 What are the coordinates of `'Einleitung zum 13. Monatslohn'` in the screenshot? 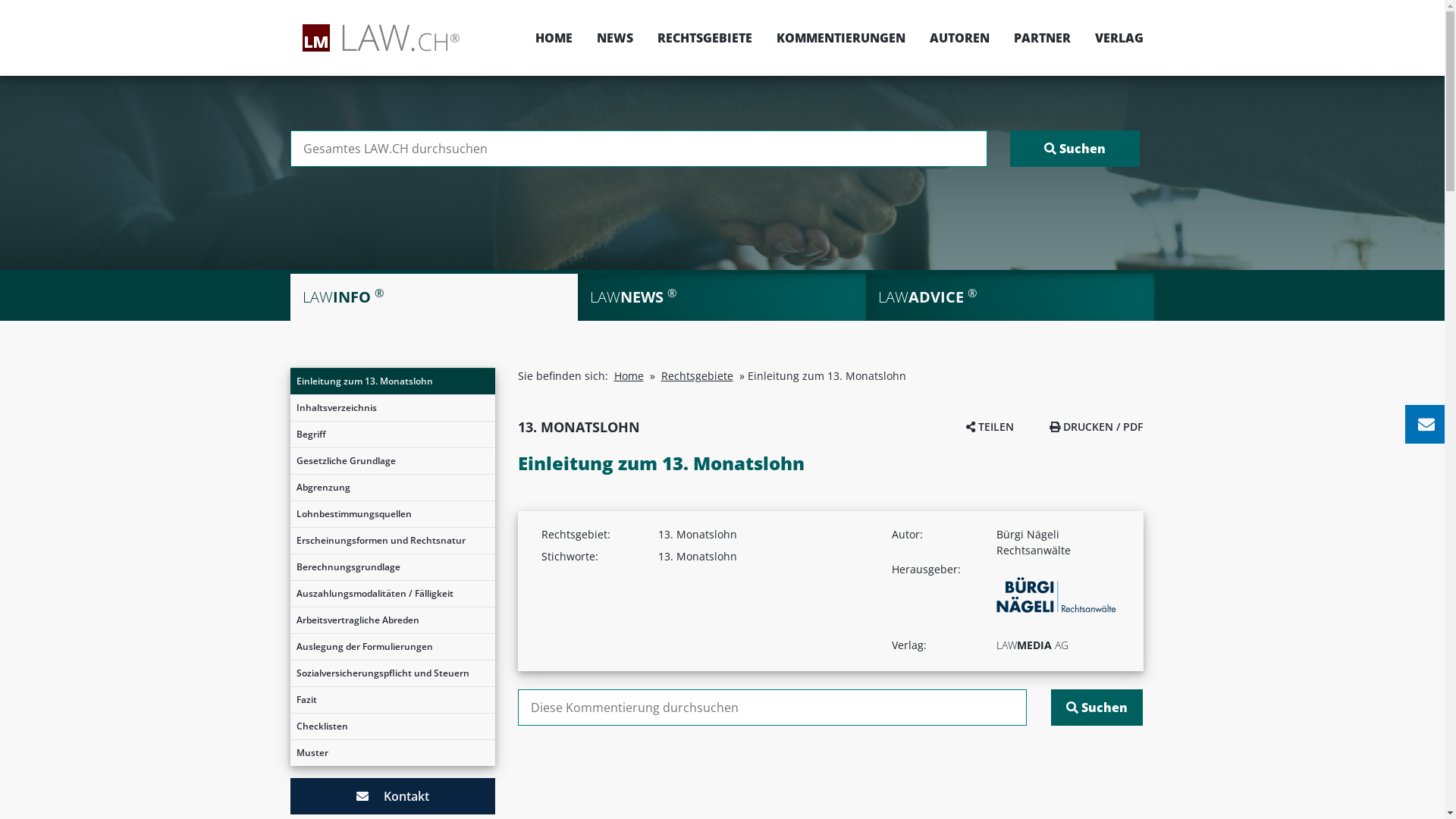 It's located at (290, 380).